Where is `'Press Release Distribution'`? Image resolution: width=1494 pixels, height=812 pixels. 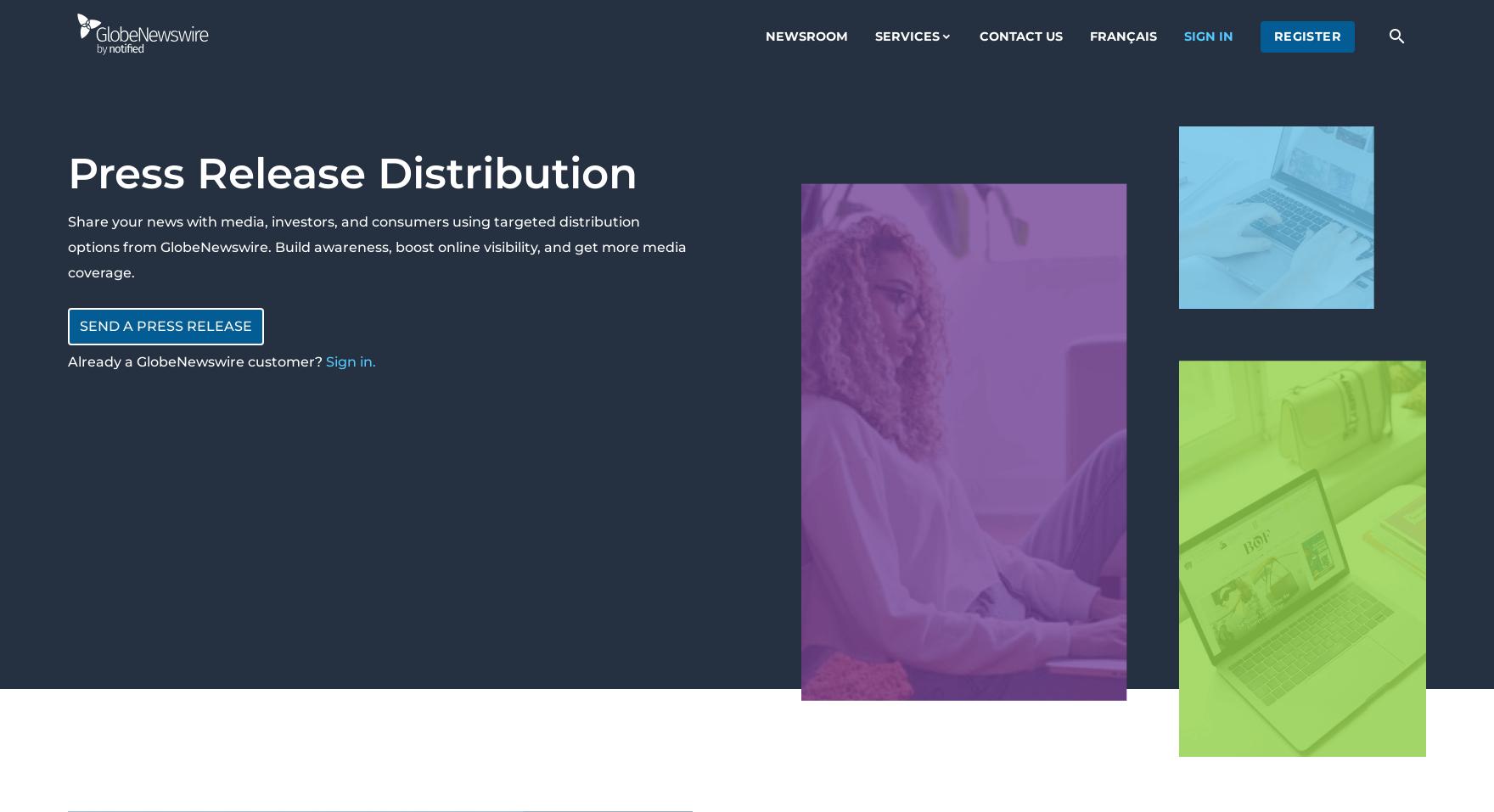 'Press Release Distribution' is located at coordinates (351, 172).